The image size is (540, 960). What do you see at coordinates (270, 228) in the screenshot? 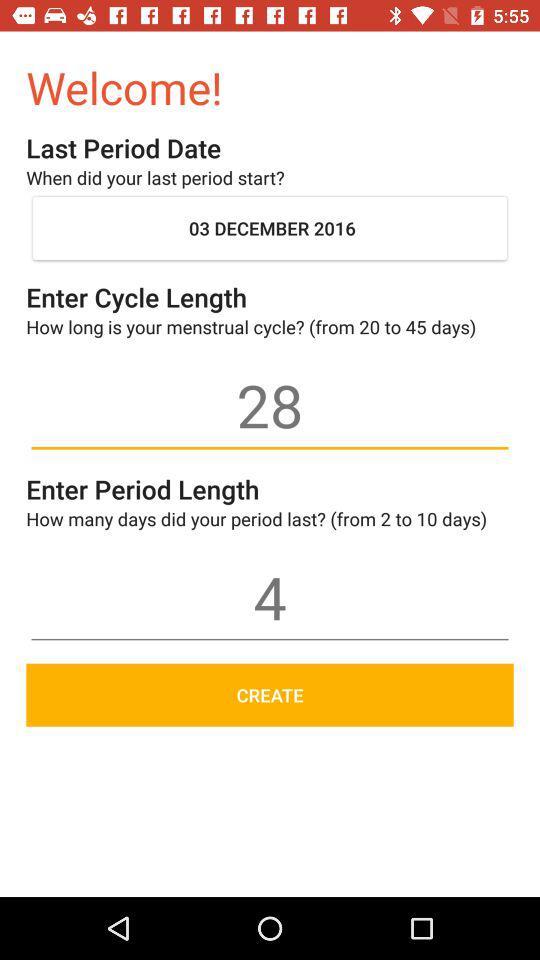
I see `the icon above enter cycle length icon` at bounding box center [270, 228].